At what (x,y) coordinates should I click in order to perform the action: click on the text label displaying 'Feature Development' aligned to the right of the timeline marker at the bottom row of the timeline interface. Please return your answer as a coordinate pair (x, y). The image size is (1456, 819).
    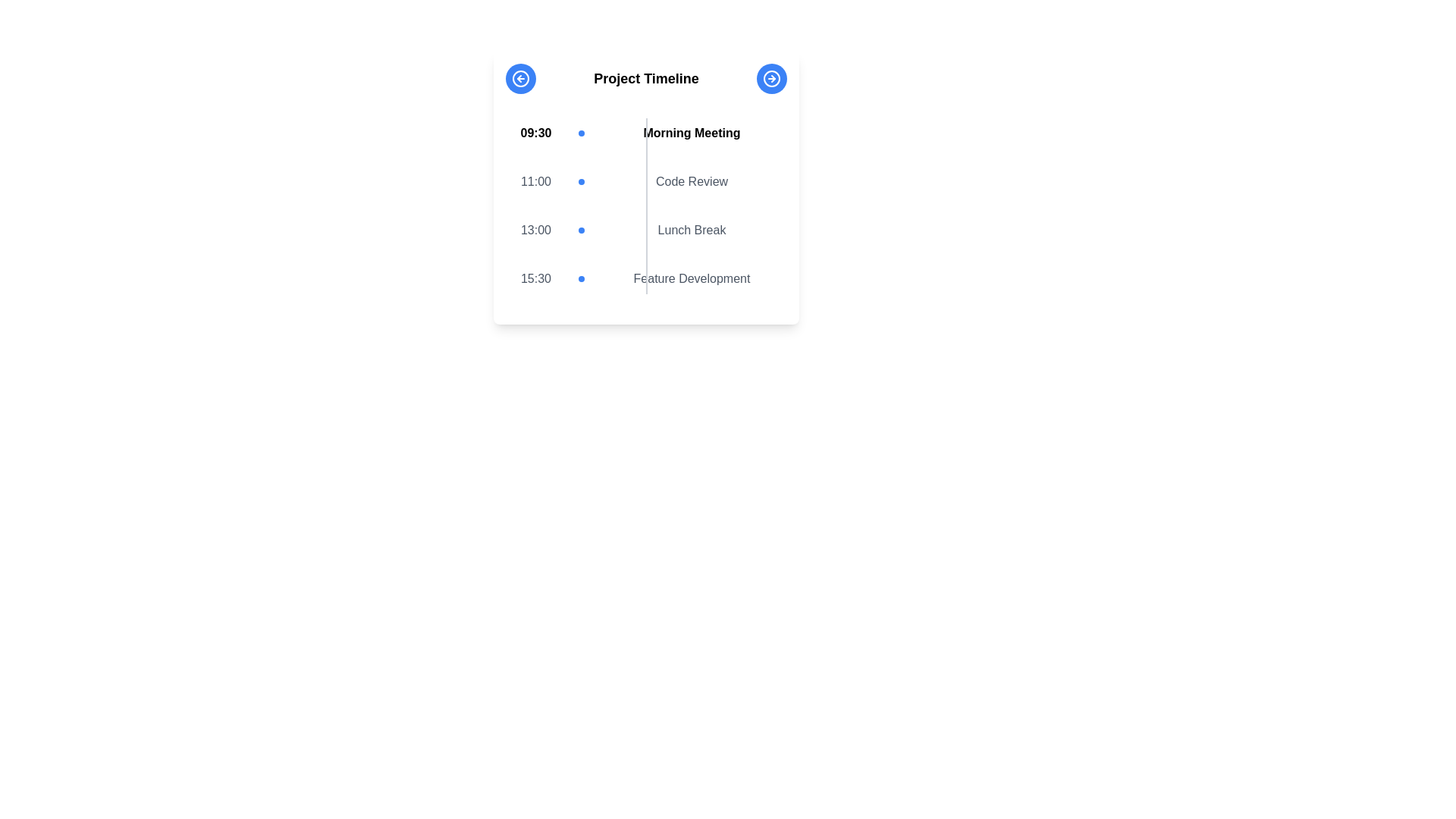
    Looking at the image, I should click on (691, 278).